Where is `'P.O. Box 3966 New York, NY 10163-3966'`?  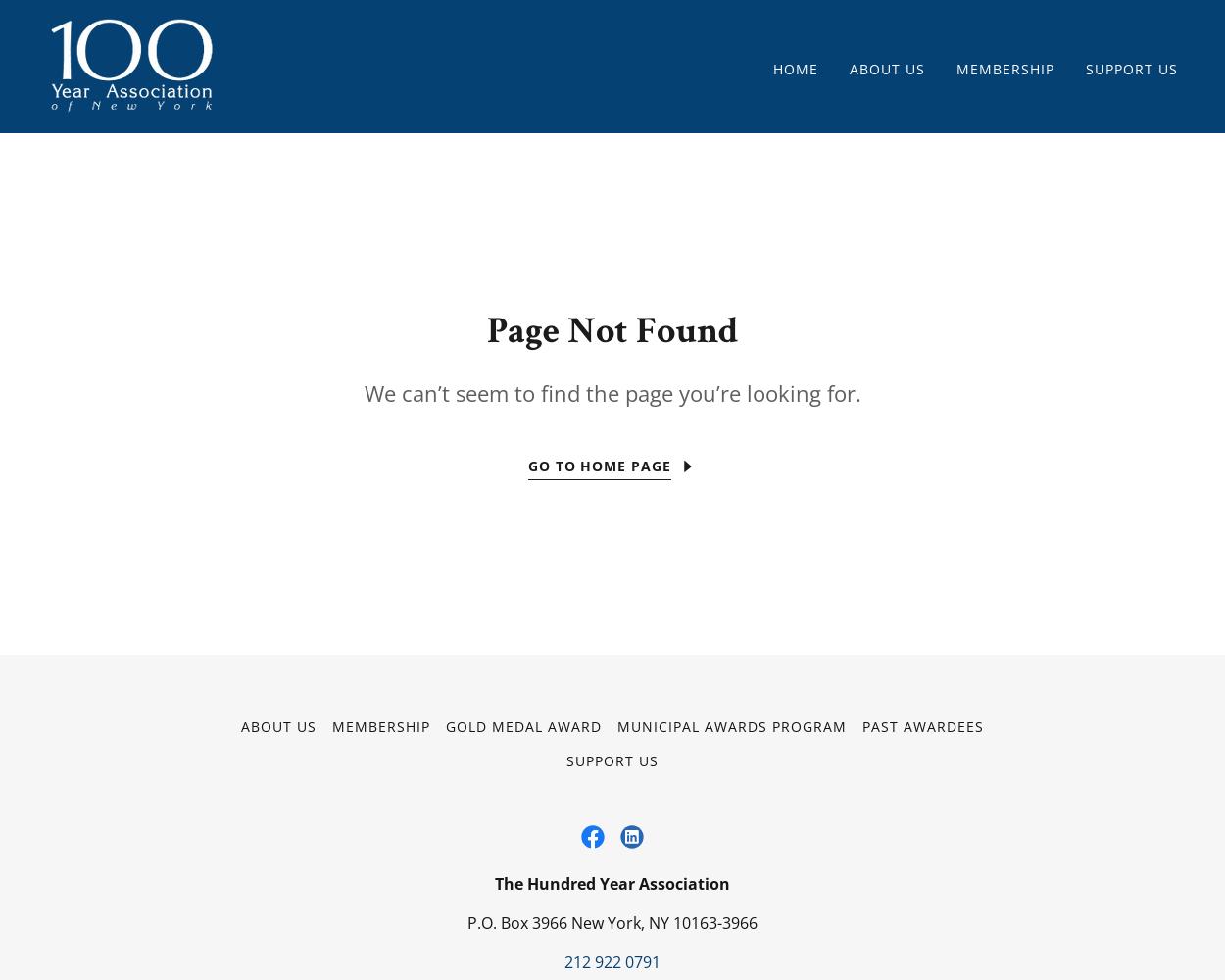 'P.O. Box 3966 New York, NY 10163-3966' is located at coordinates (612, 922).